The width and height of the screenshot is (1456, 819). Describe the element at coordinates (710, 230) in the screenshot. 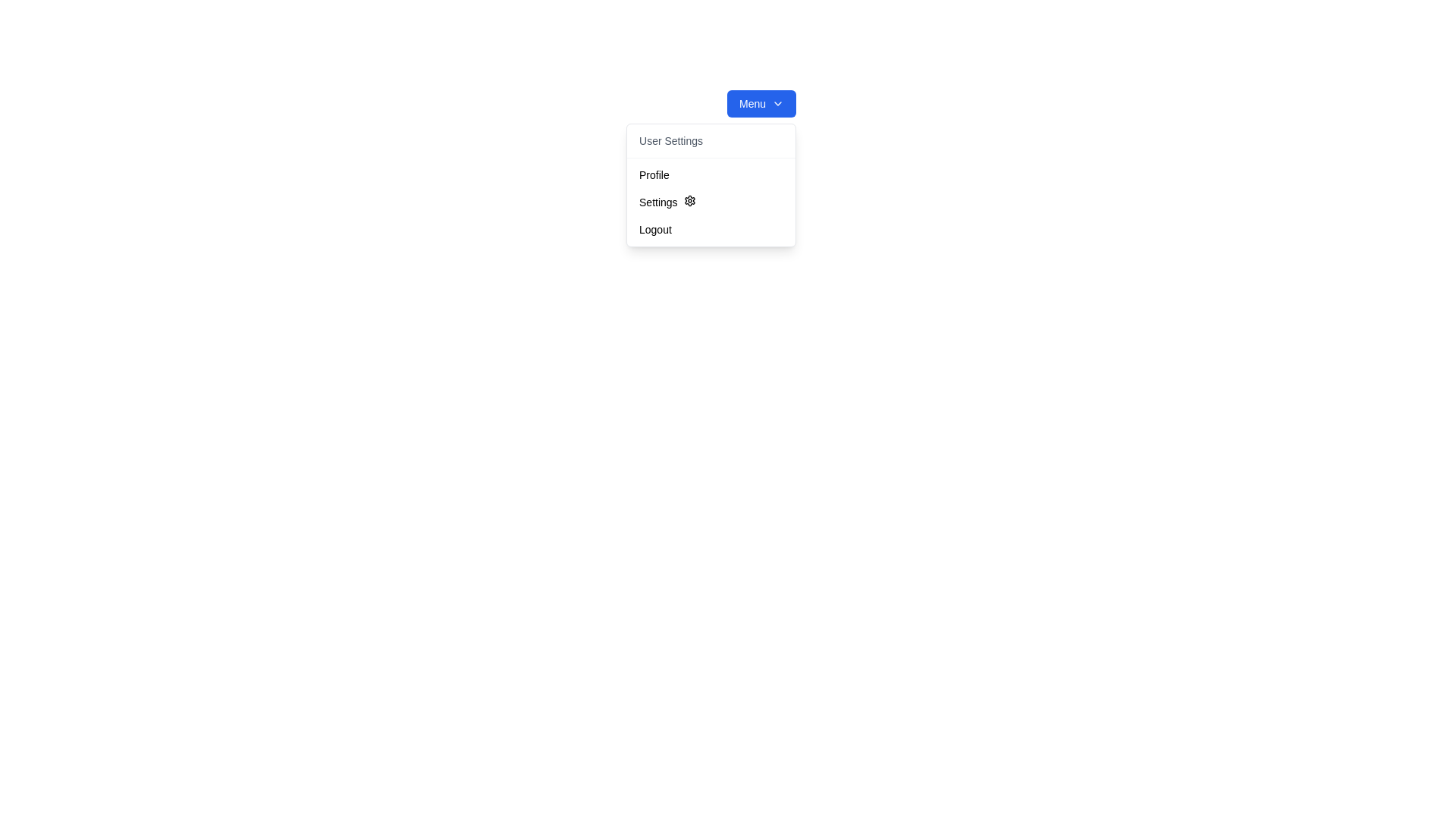

I see `the logout button located as the last item in the vertical dropdown menu, positioned below 'Settings', to log out of the account` at that location.